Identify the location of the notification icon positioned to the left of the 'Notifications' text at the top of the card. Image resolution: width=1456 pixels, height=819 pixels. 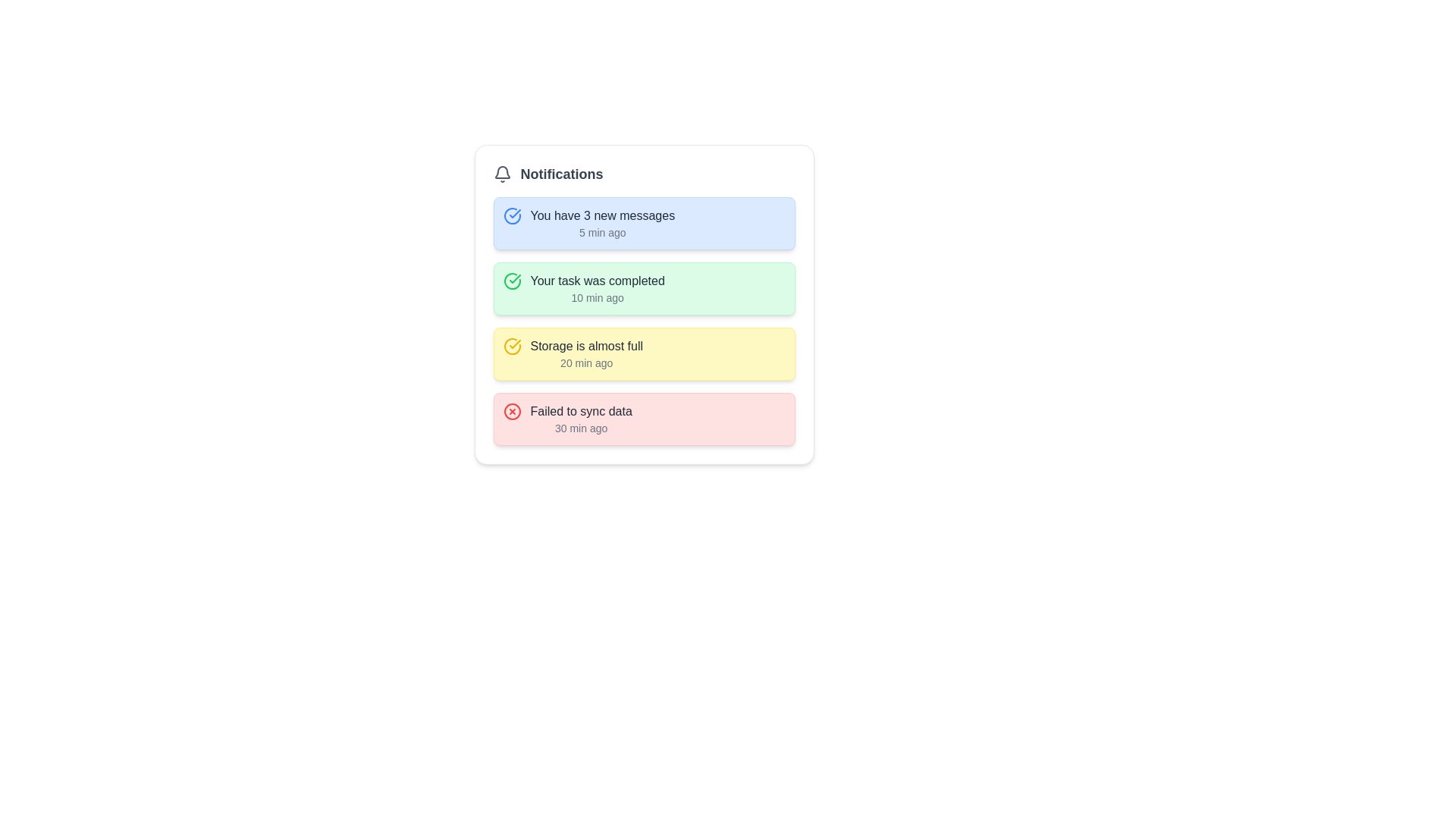
(502, 174).